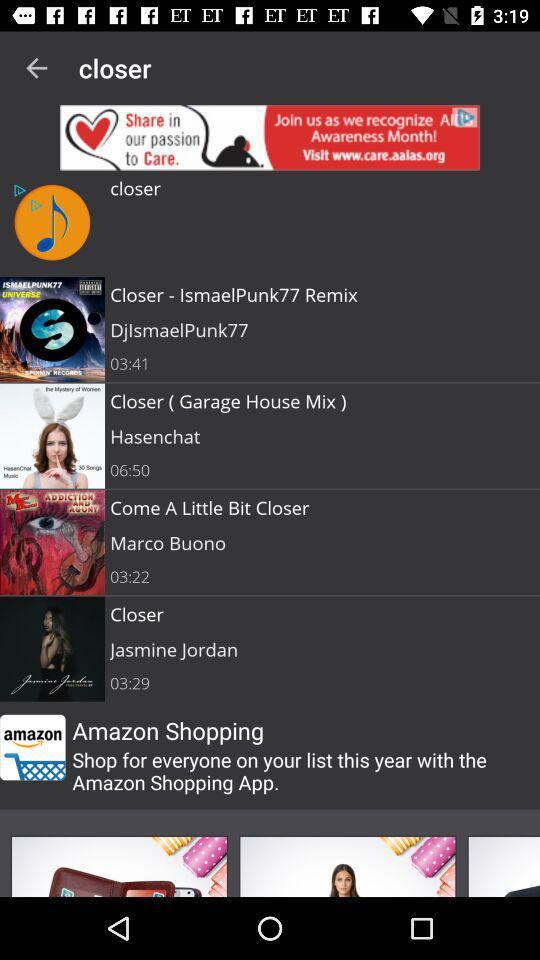  I want to click on advertisement page, so click(119, 865).